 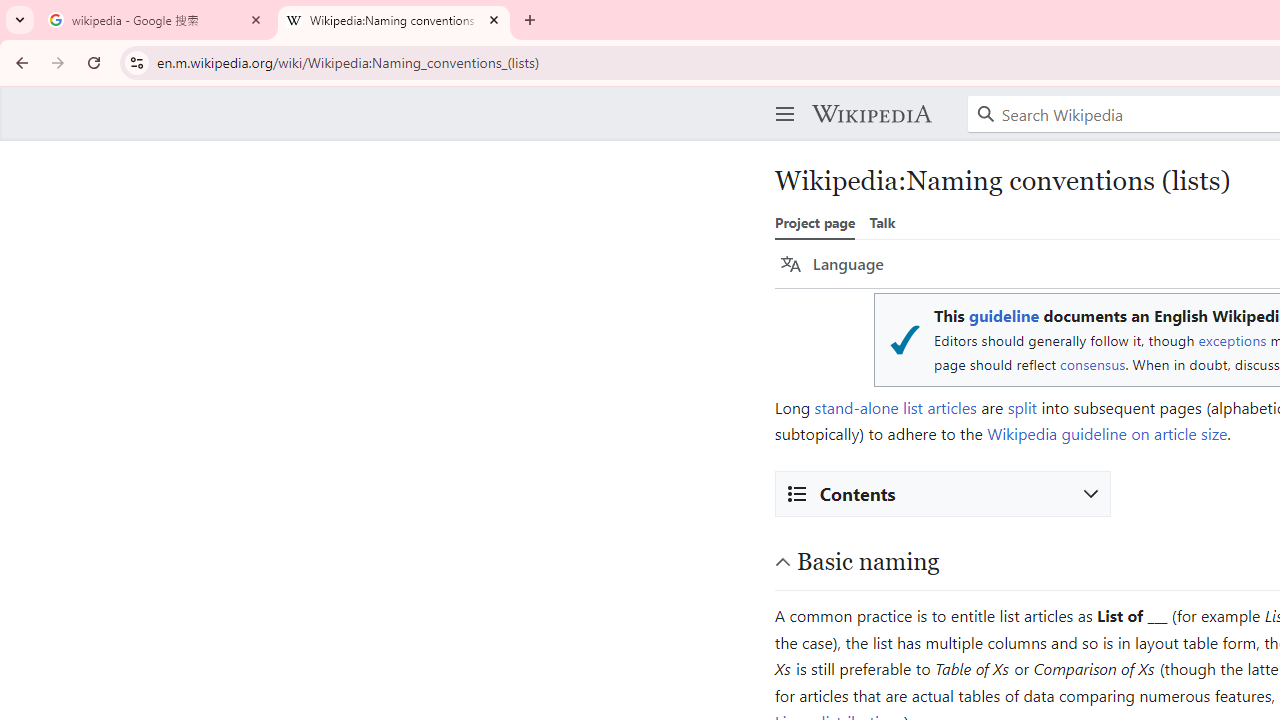 I want to click on 'split', so click(x=1022, y=406).